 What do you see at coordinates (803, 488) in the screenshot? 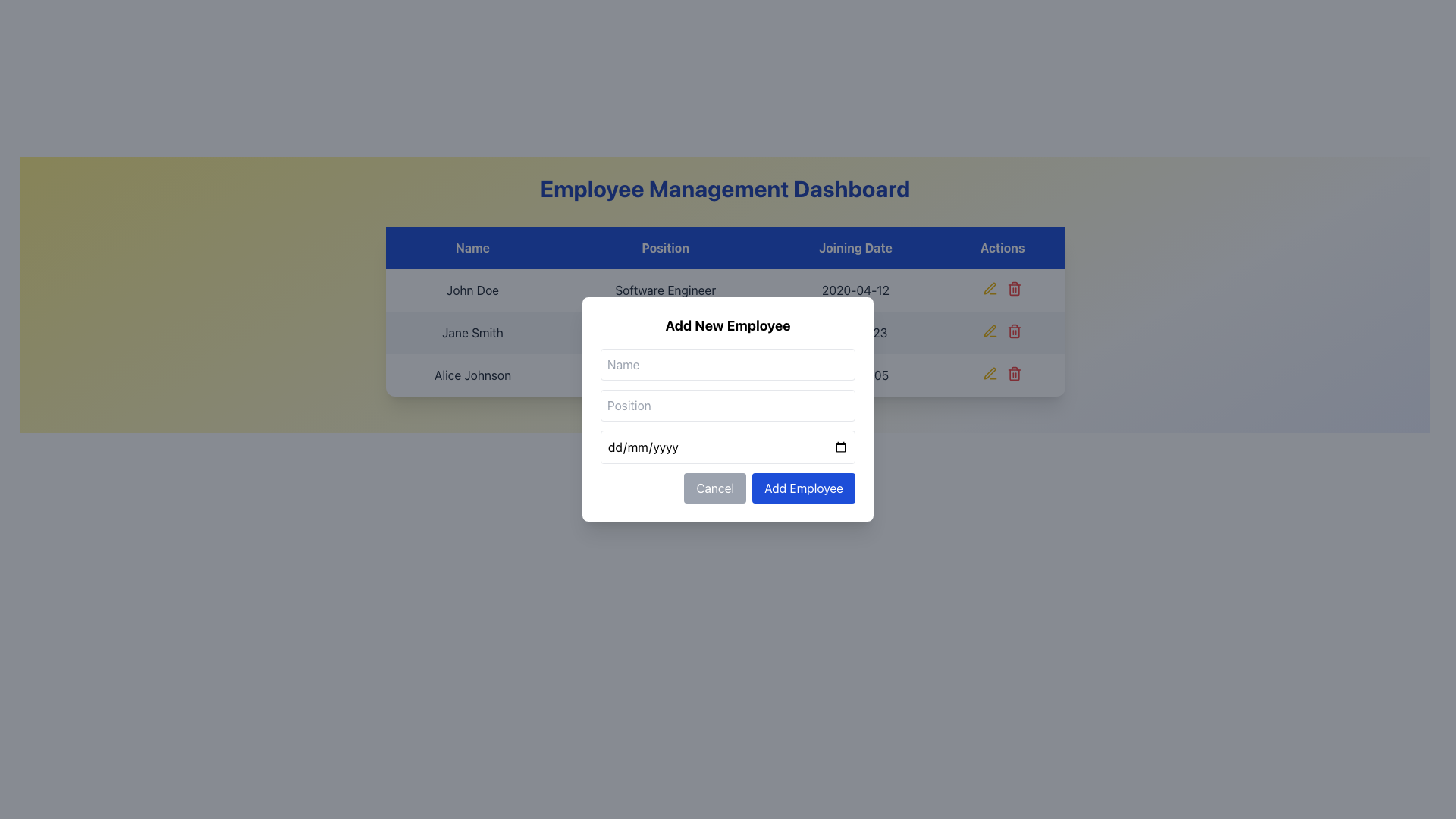
I see `the 'Add Employee' button` at bounding box center [803, 488].